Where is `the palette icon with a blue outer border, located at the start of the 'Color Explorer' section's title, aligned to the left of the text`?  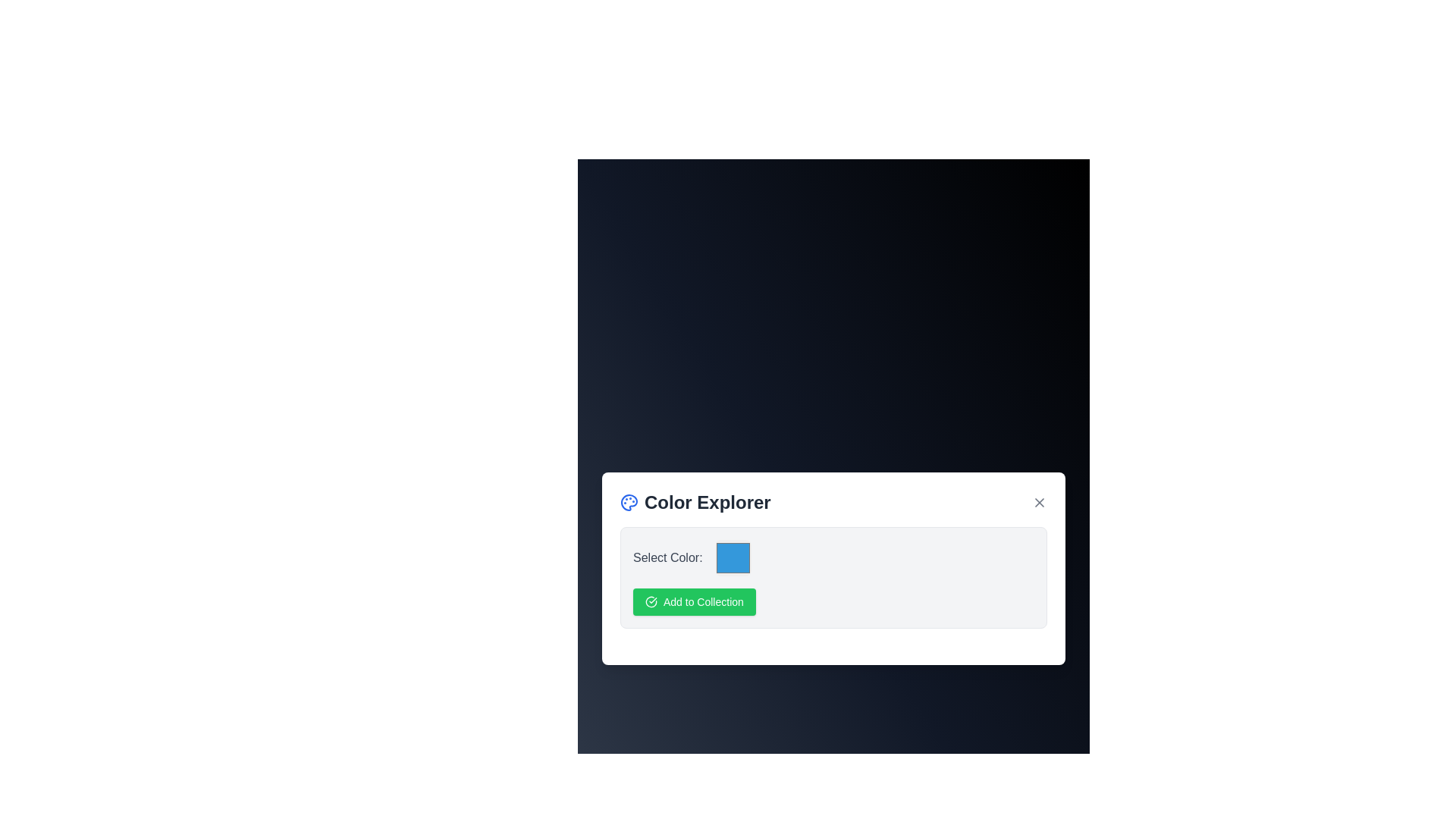 the palette icon with a blue outer border, located at the start of the 'Color Explorer' section's title, aligned to the left of the text is located at coordinates (629, 503).